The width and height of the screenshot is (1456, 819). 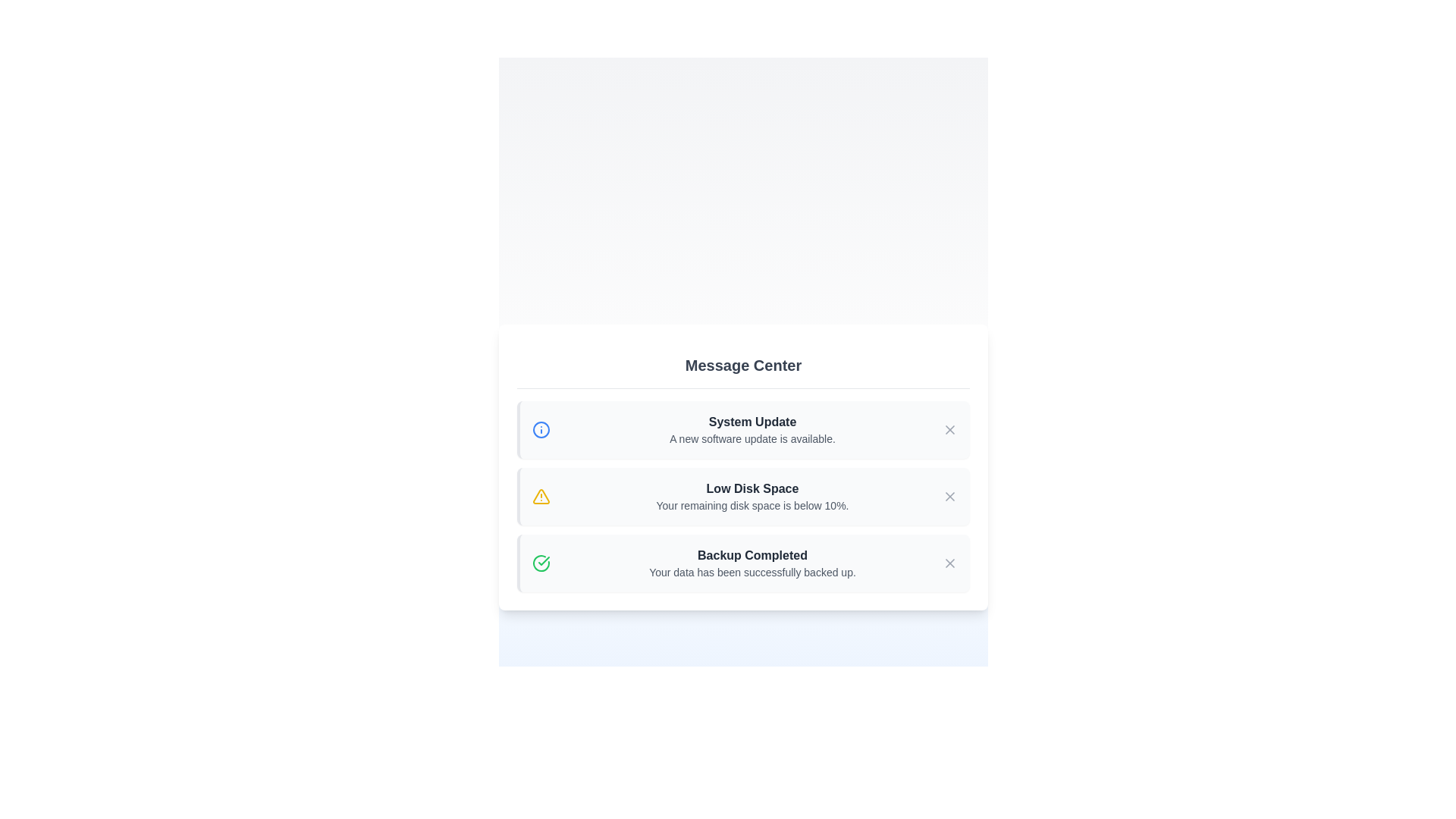 I want to click on the small cross-shaped icon on the right side of the 'Backup Completed' row in the message center table, so click(x=949, y=563).